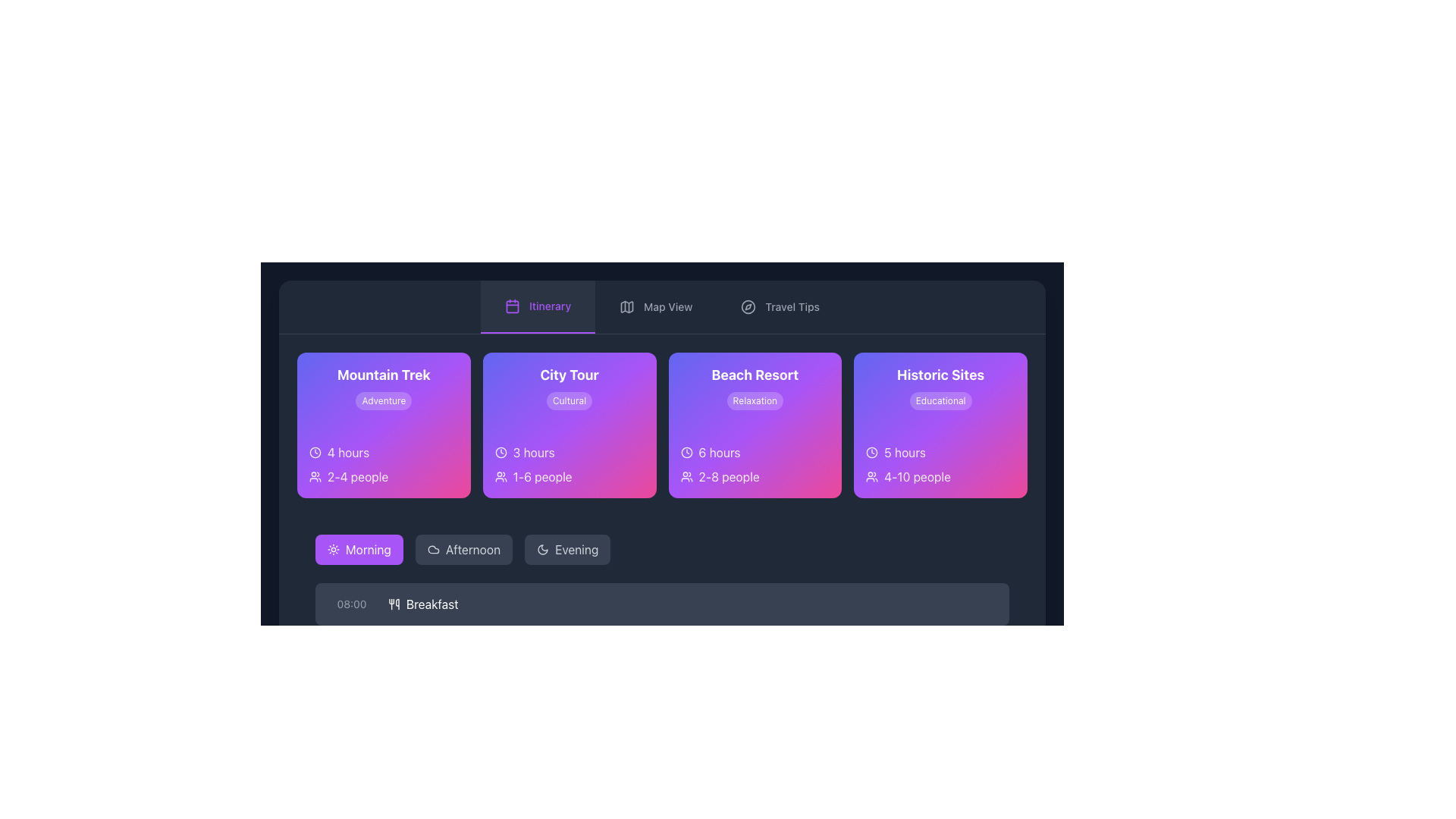 Image resolution: width=1456 pixels, height=819 pixels. What do you see at coordinates (667, 307) in the screenshot?
I see `the rightmost text label in the navigation bar` at bounding box center [667, 307].